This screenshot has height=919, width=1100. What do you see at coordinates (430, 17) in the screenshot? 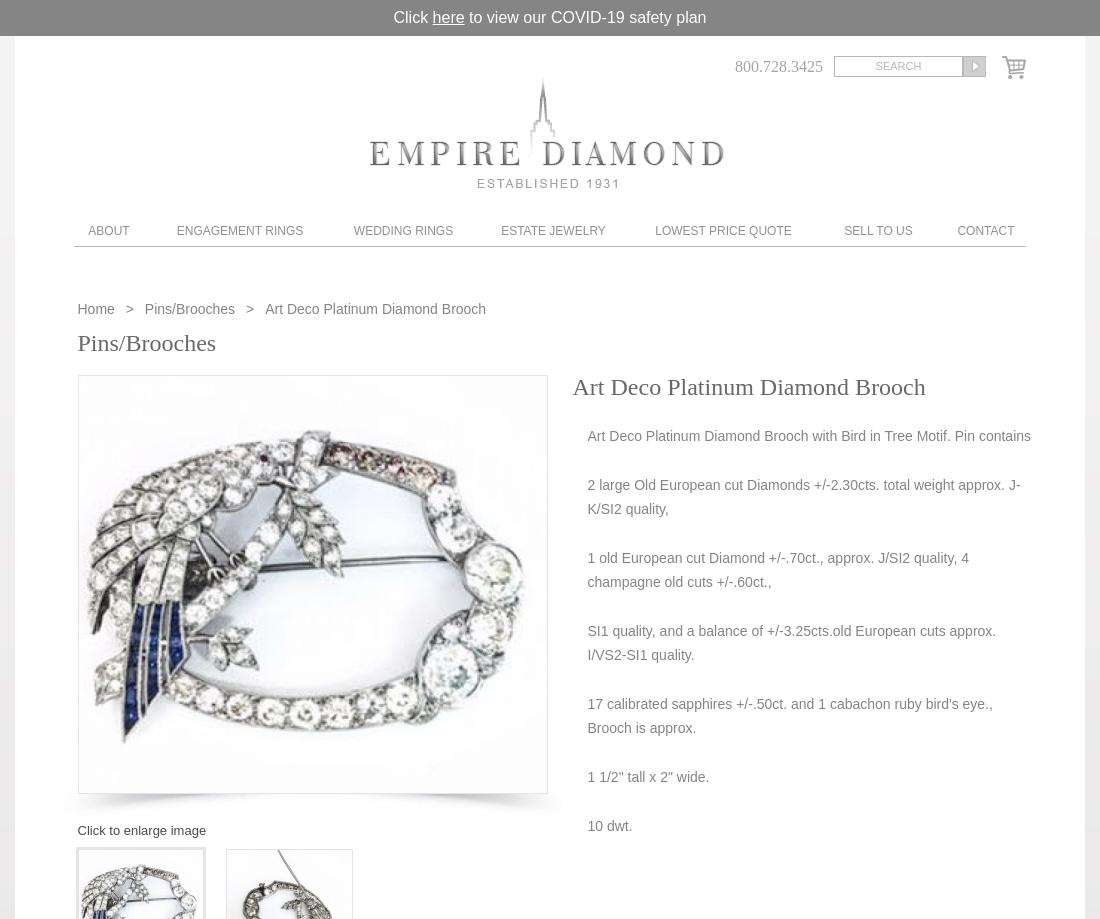
I see `'here'` at bounding box center [430, 17].